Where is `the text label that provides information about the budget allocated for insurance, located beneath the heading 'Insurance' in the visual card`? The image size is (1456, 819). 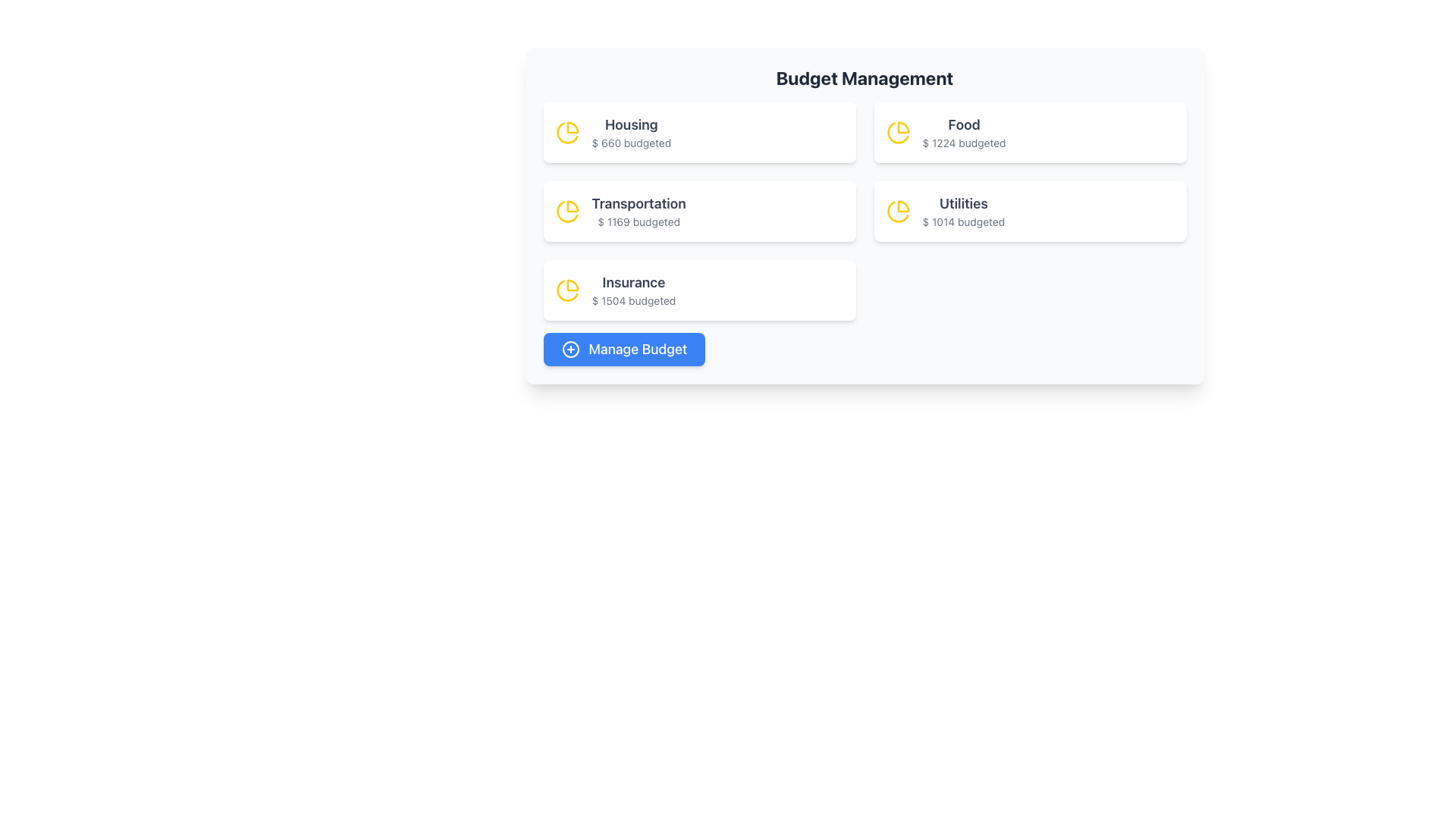
the text label that provides information about the budget allocated for insurance, located beneath the heading 'Insurance' in the visual card is located at coordinates (633, 301).